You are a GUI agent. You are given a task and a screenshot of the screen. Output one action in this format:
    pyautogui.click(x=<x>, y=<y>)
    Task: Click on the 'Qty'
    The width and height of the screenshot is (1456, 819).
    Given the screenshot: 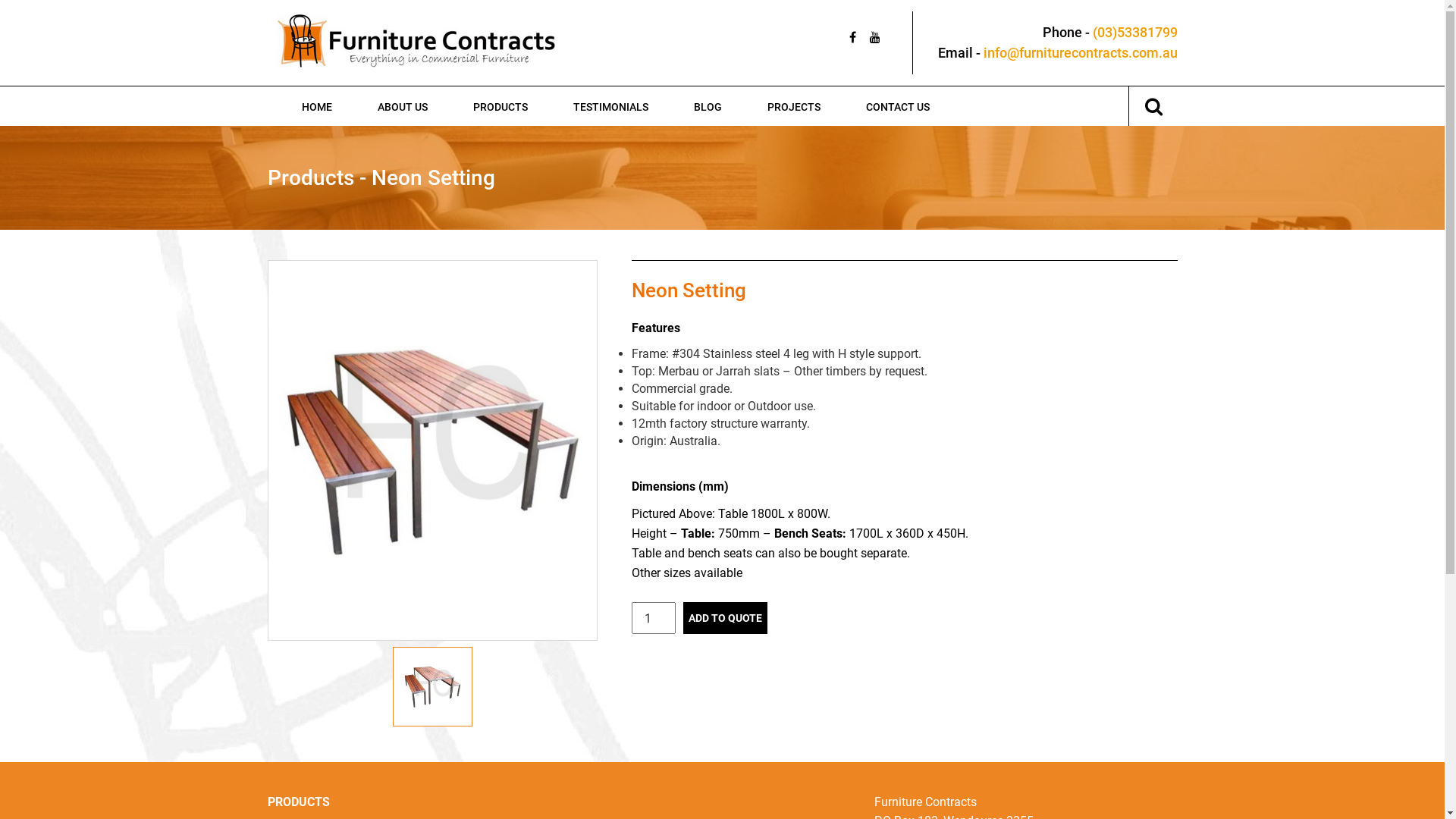 What is the action you would take?
    pyautogui.click(x=652, y=617)
    